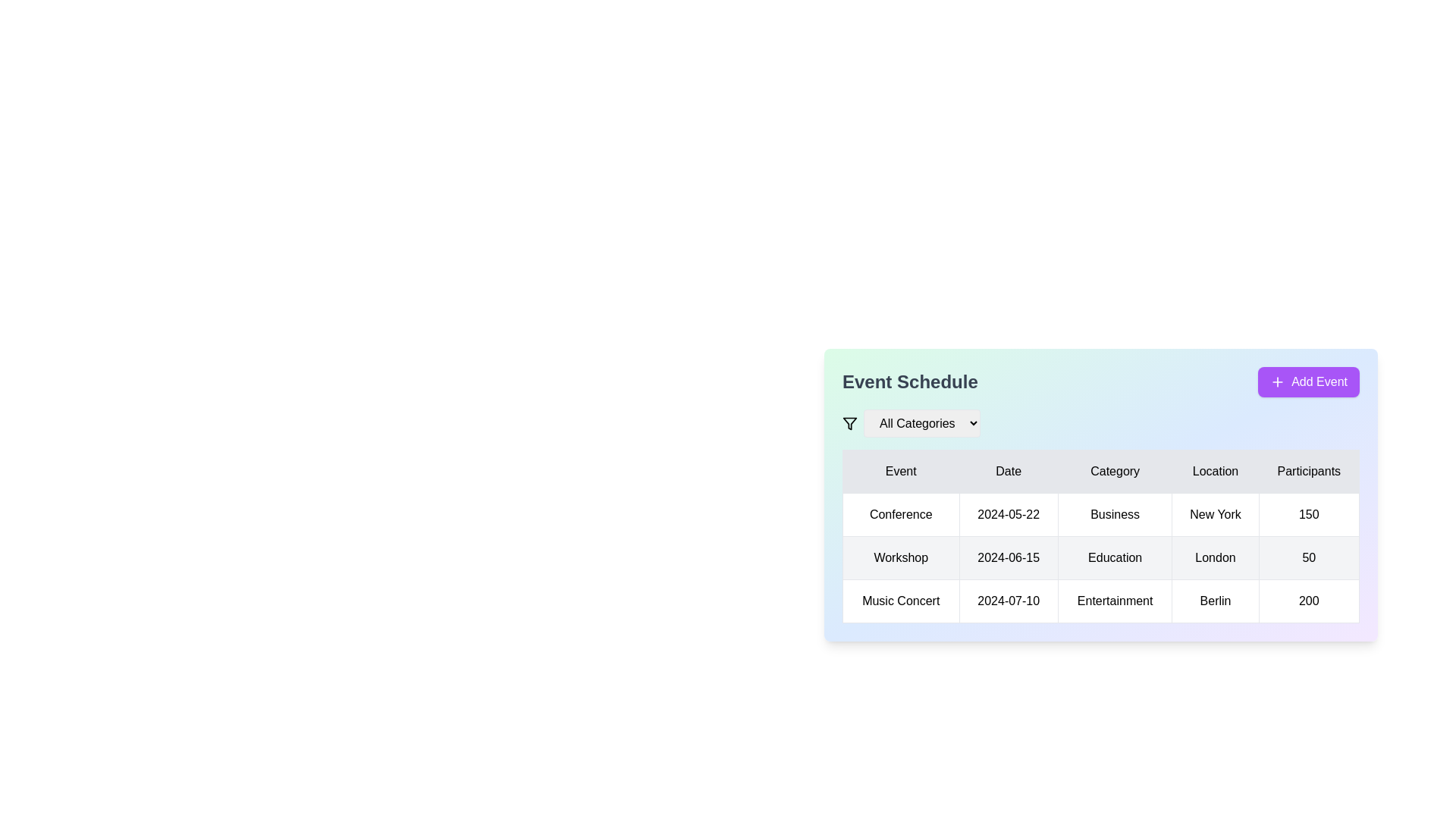 The width and height of the screenshot is (1456, 819). I want to click on the dropdown menu located in the top-left corner of the event schedule section's header, so click(910, 423).